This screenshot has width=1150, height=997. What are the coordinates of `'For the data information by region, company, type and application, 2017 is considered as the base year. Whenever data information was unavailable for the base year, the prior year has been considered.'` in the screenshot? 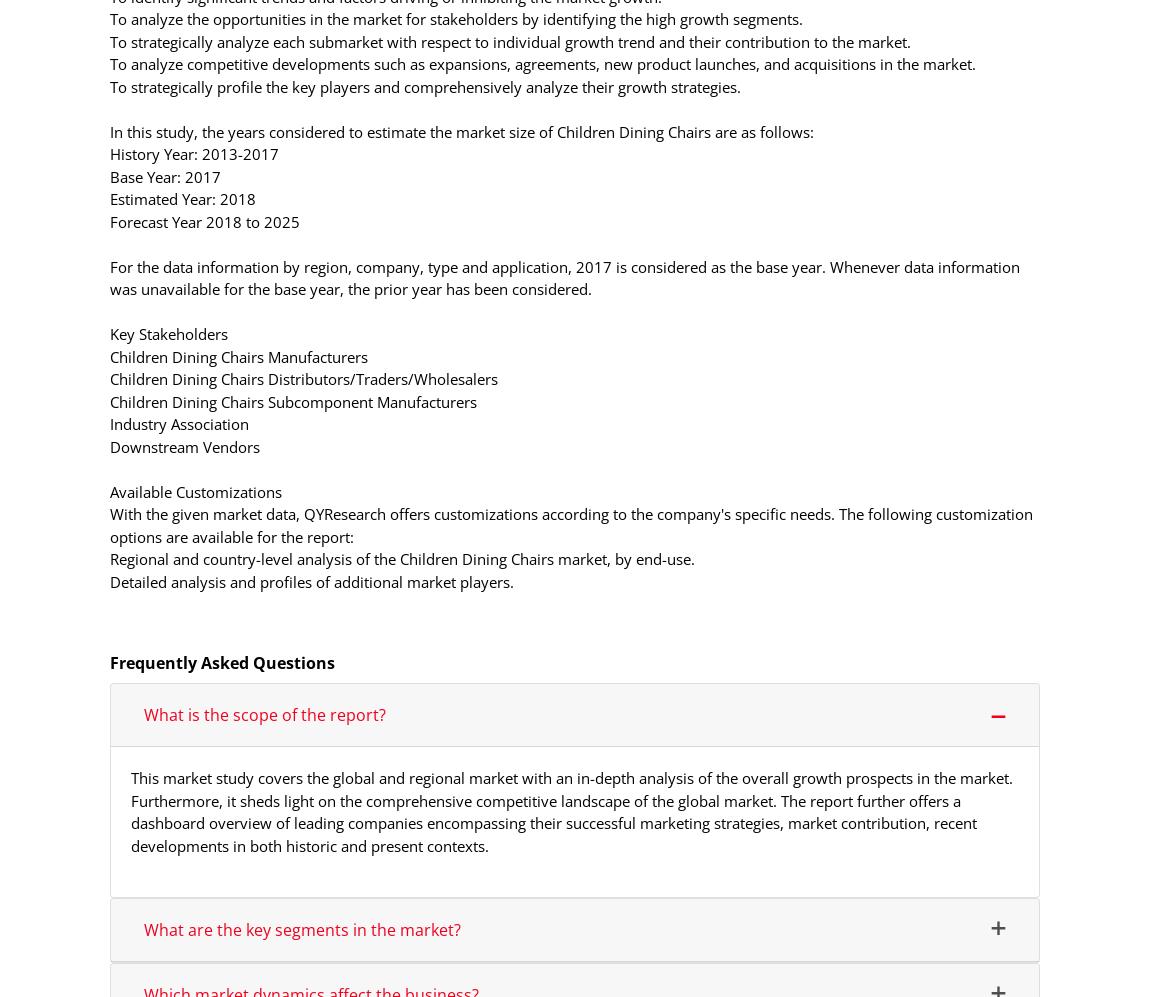 It's located at (109, 277).